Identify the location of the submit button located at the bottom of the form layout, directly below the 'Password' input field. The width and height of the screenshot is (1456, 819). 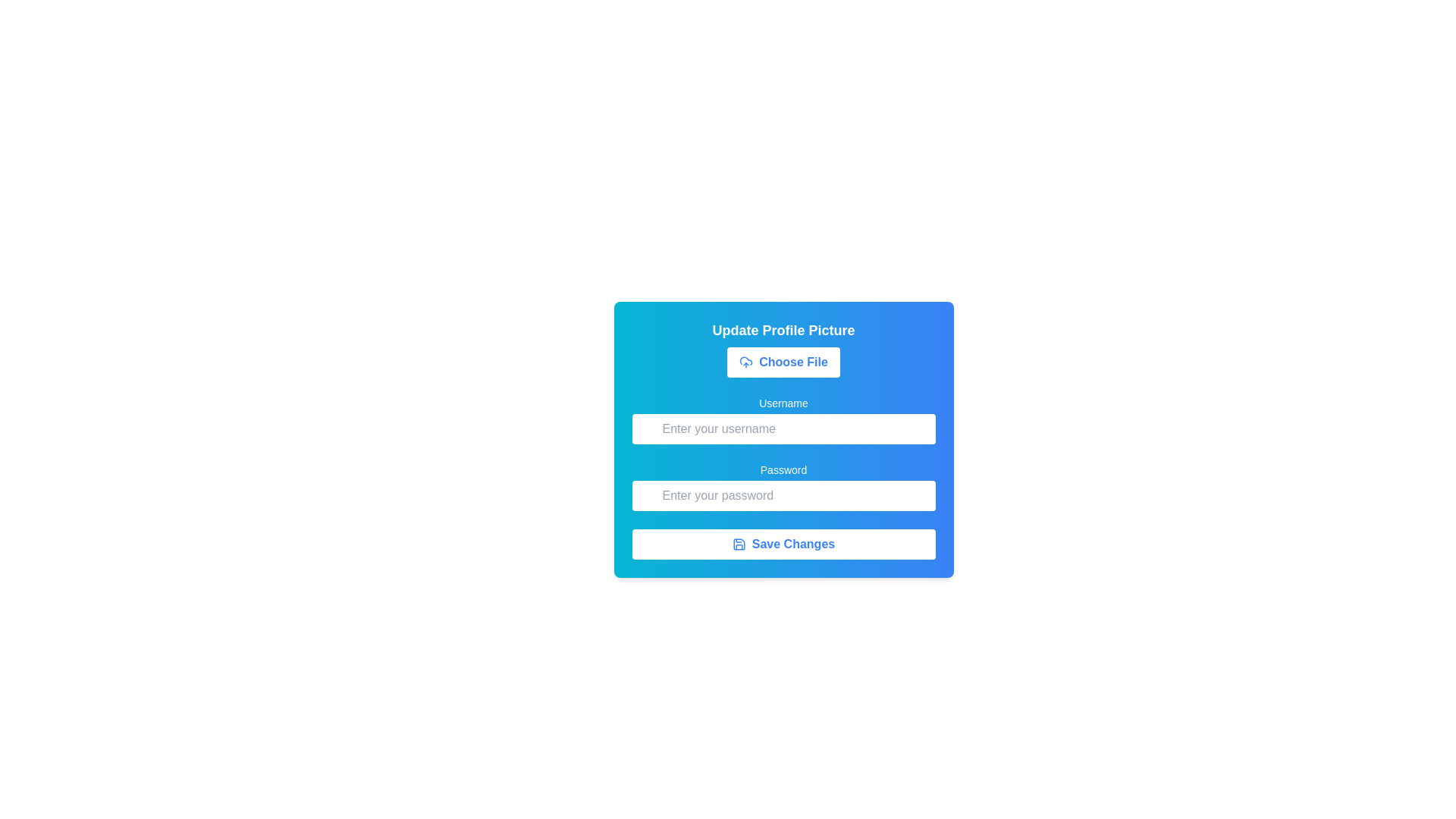
(783, 543).